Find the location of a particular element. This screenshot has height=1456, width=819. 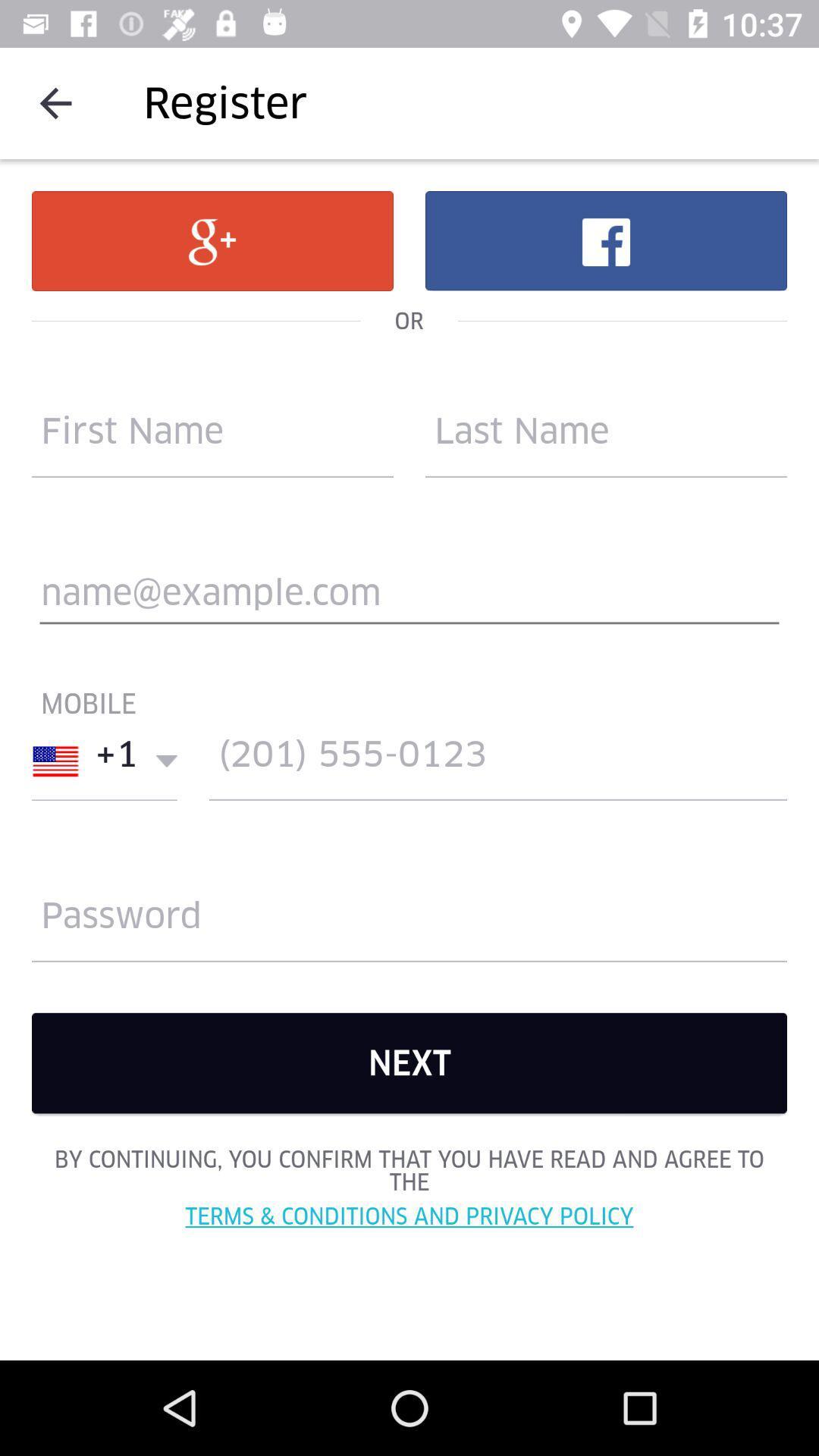

password is located at coordinates (409, 922).